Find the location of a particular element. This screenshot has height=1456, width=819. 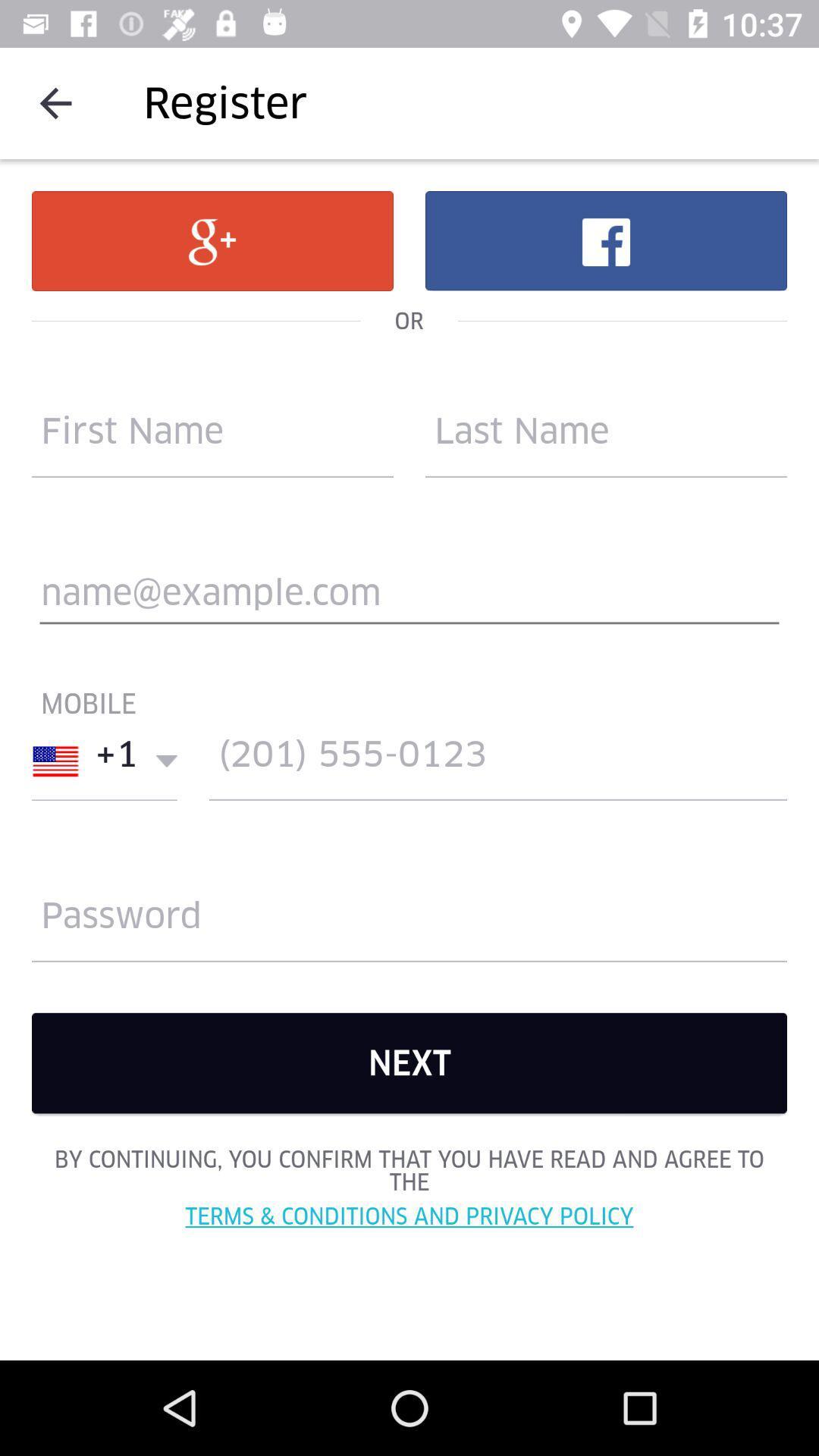

password is located at coordinates (409, 922).